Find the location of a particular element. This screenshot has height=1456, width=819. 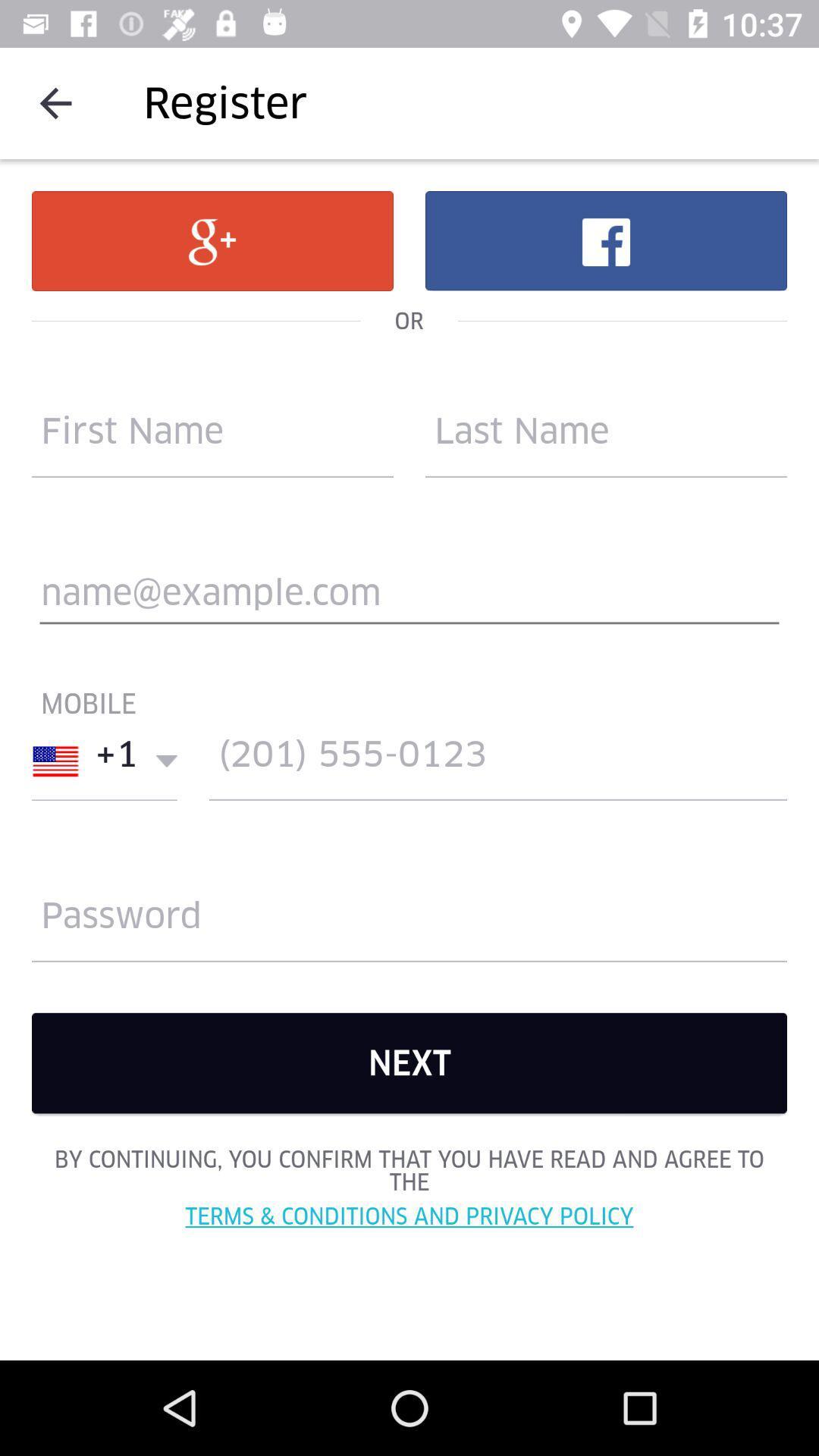

password is located at coordinates (409, 922).